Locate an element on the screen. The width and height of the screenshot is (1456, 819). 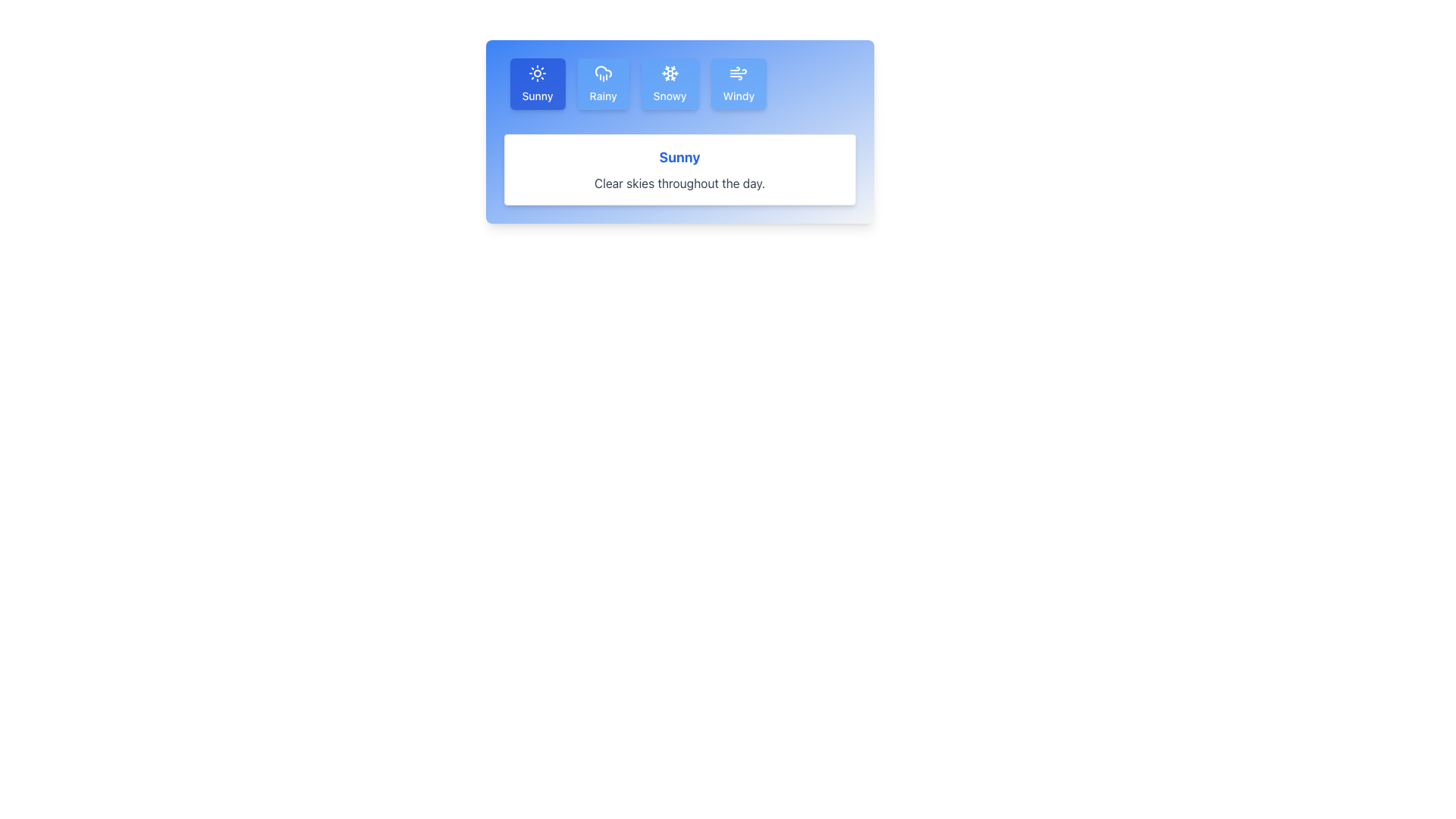
the 'Windy' button is located at coordinates (739, 84).